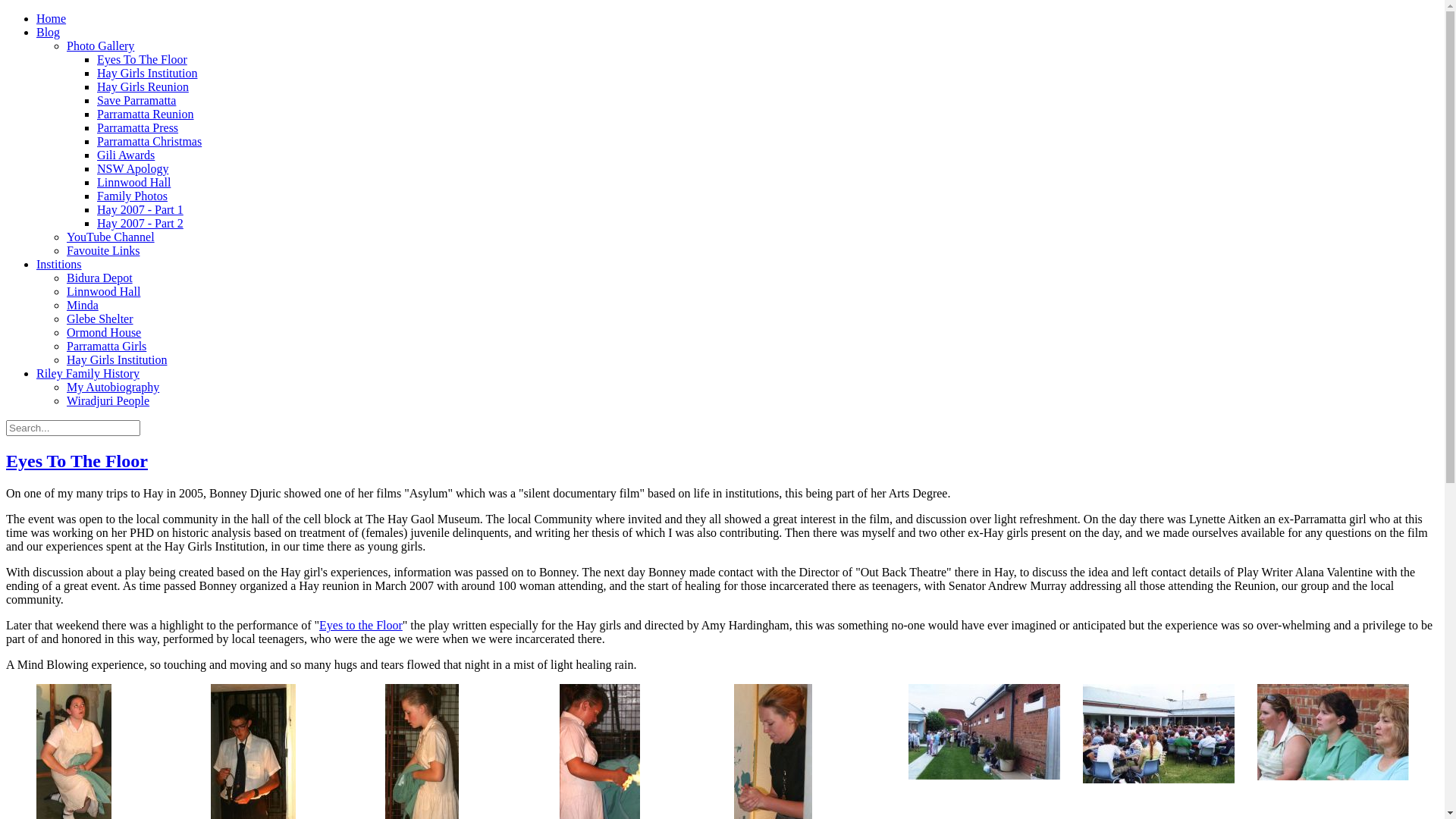 The image size is (1456, 819). Describe the element at coordinates (51, 18) in the screenshot. I see `'Home'` at that location.